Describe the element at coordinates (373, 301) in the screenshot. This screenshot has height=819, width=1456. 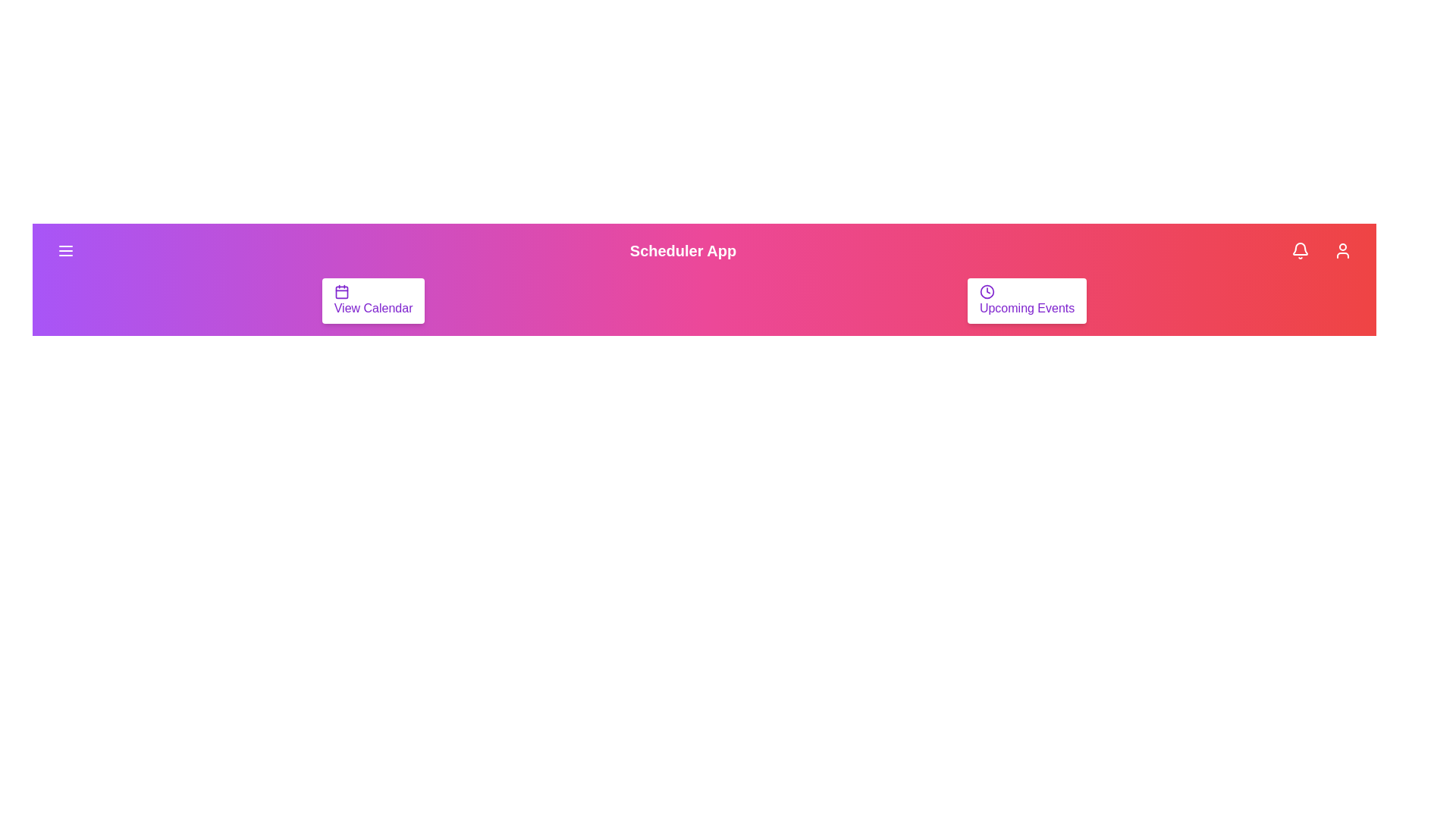
I see `the 'View Calendar' button to open the calendar view` at that location.